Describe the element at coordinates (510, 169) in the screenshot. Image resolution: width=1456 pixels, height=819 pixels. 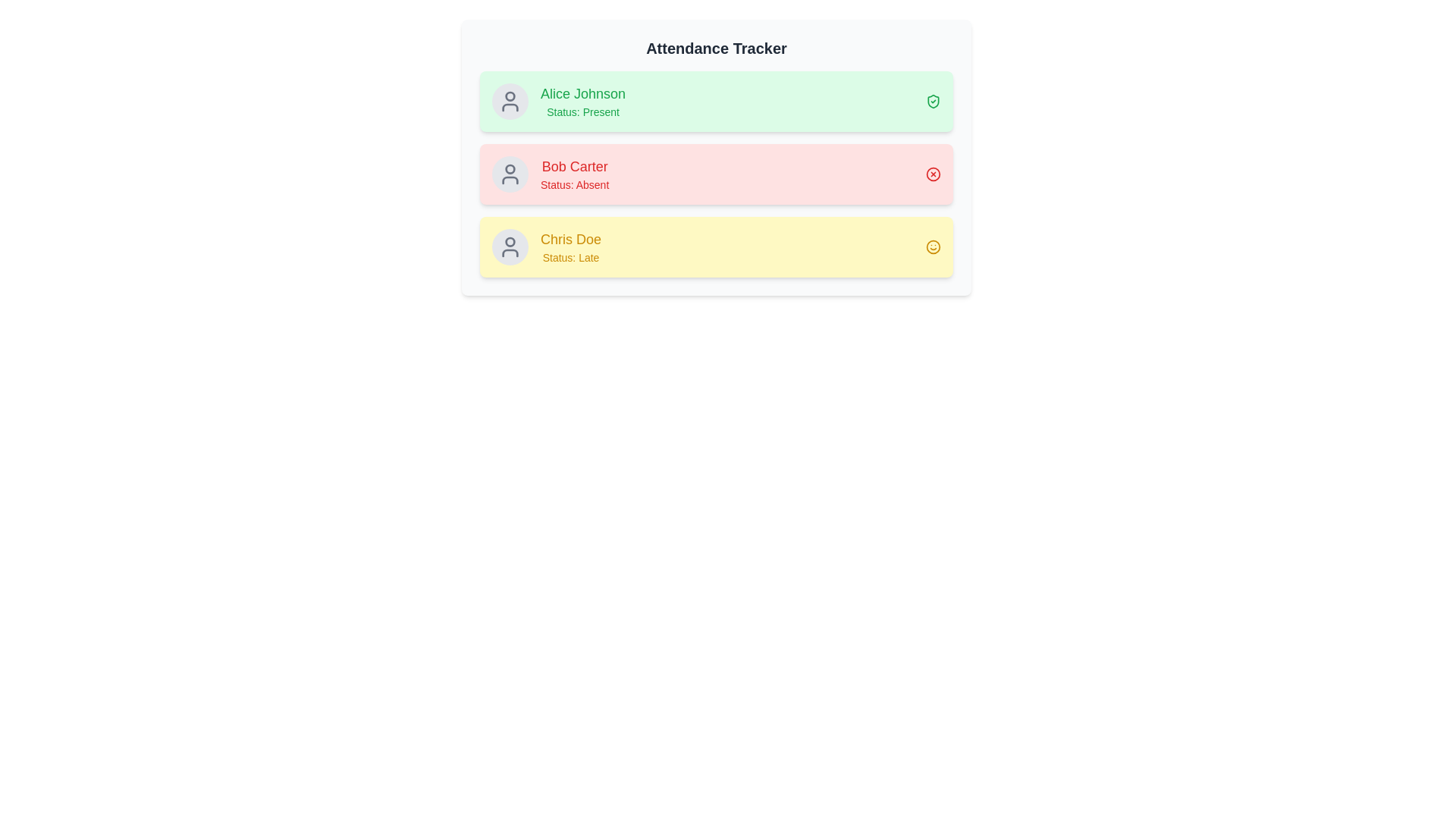
I see `the head circle of the user icon representing 'Bob Carter' in the 'Attendance Tracker' interface` at that location.